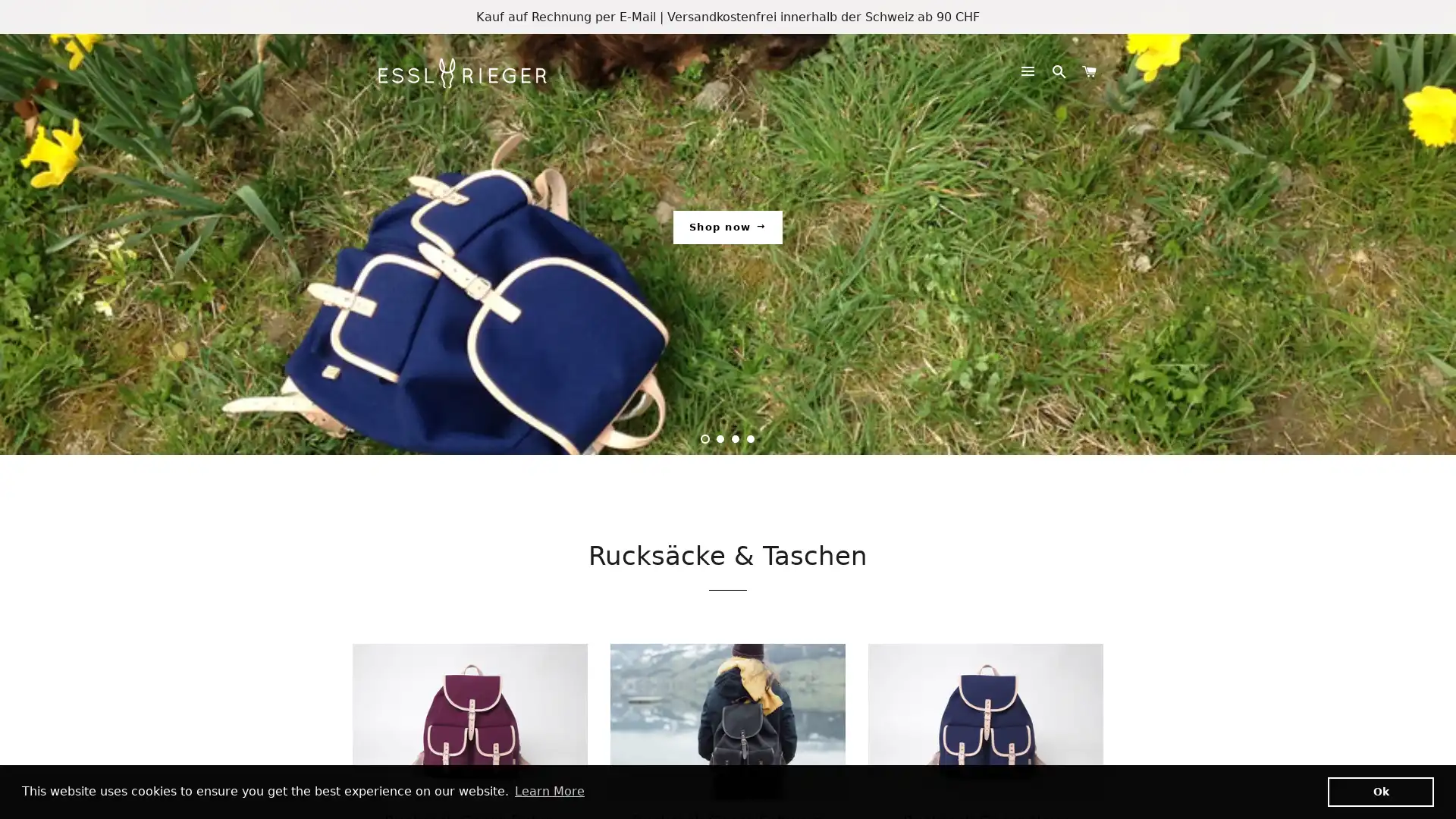 The image size is (1456, 819). Describe the element at coordinates (548, 791) in the screenshot. I see `learn more about cookies` at that location.